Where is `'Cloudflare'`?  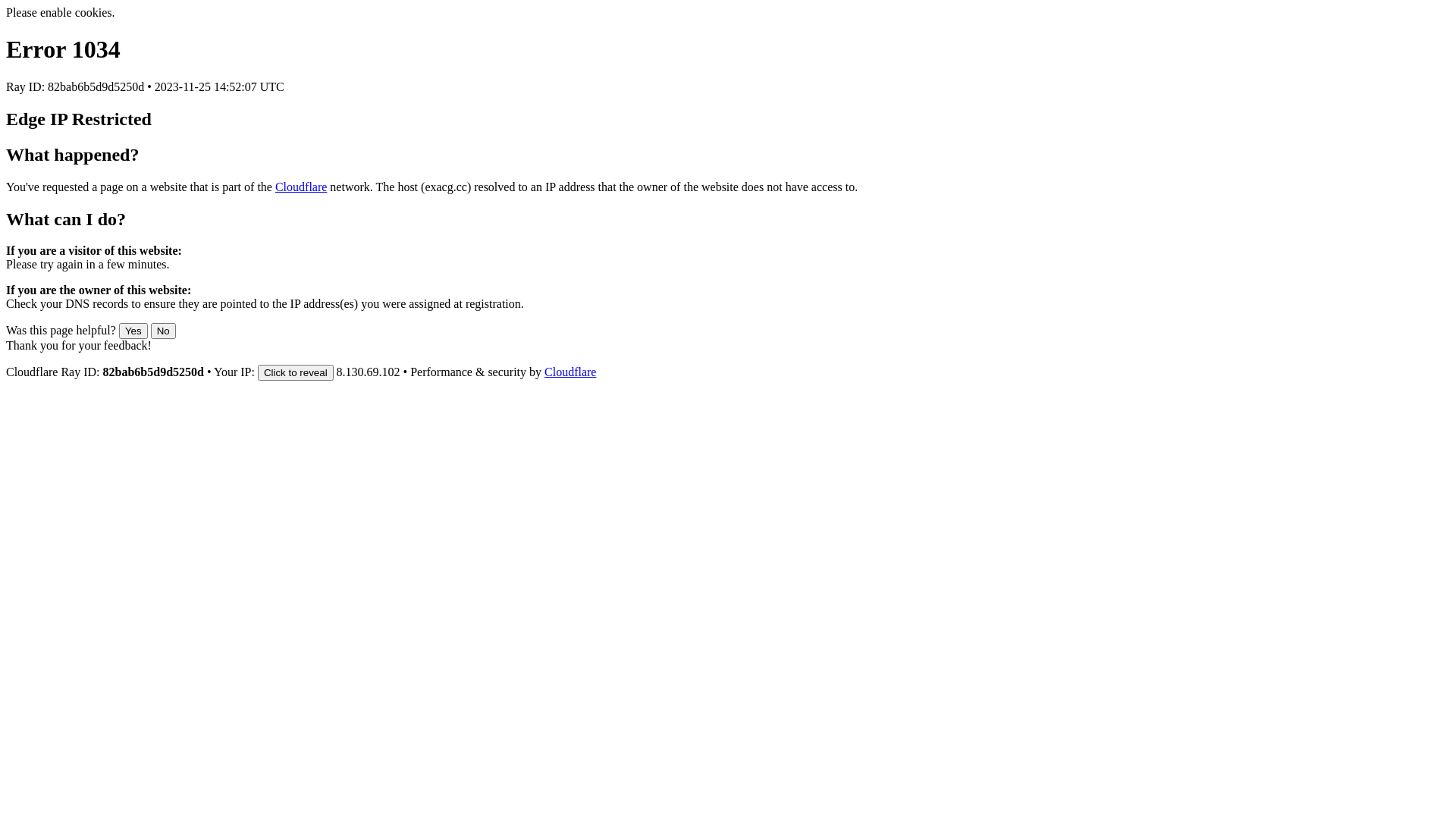 'Cloudflare' is located at coordinates (570, 372).